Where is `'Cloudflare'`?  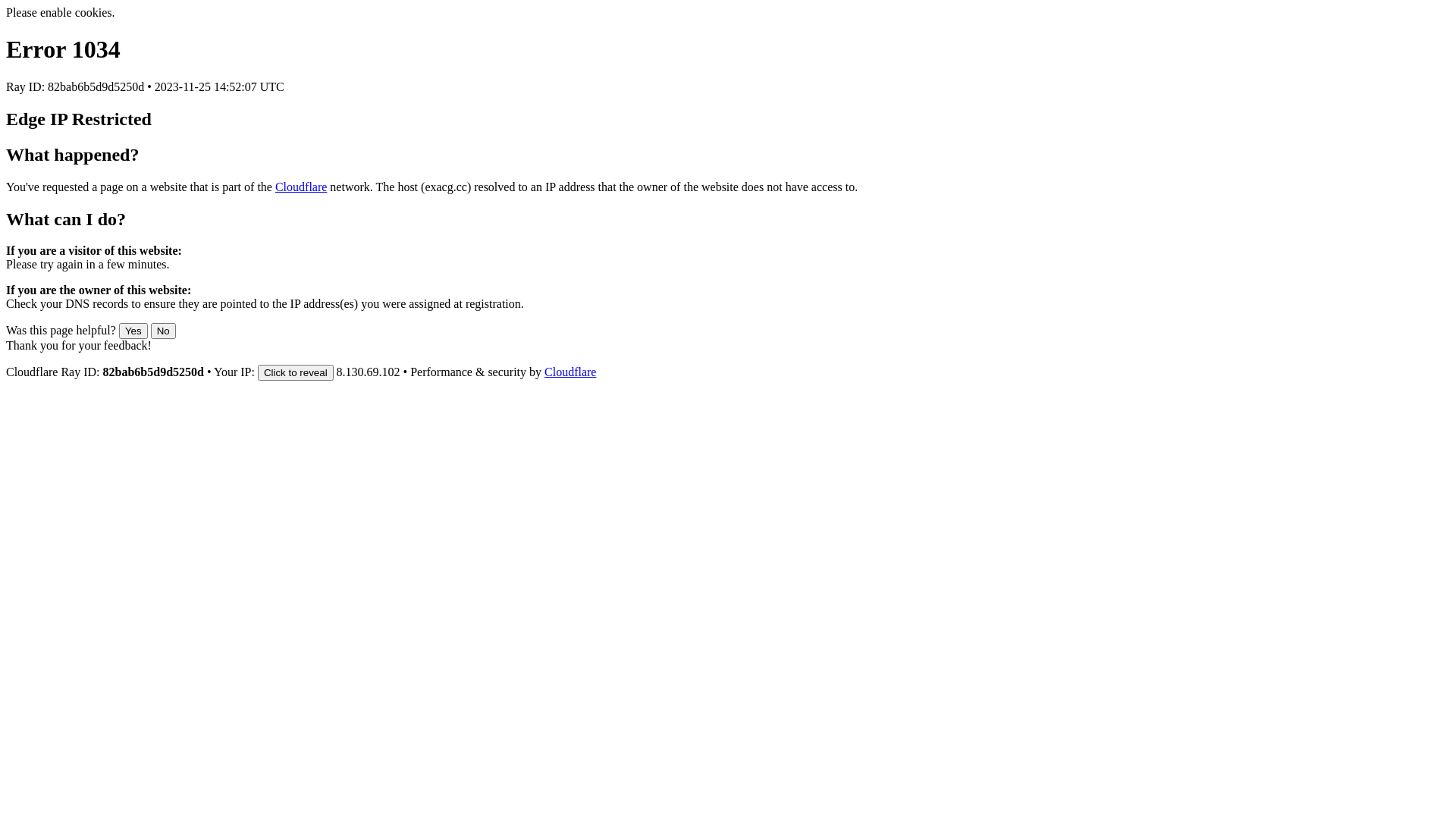 'Cloudflare' is located at coordinates (570, 372).